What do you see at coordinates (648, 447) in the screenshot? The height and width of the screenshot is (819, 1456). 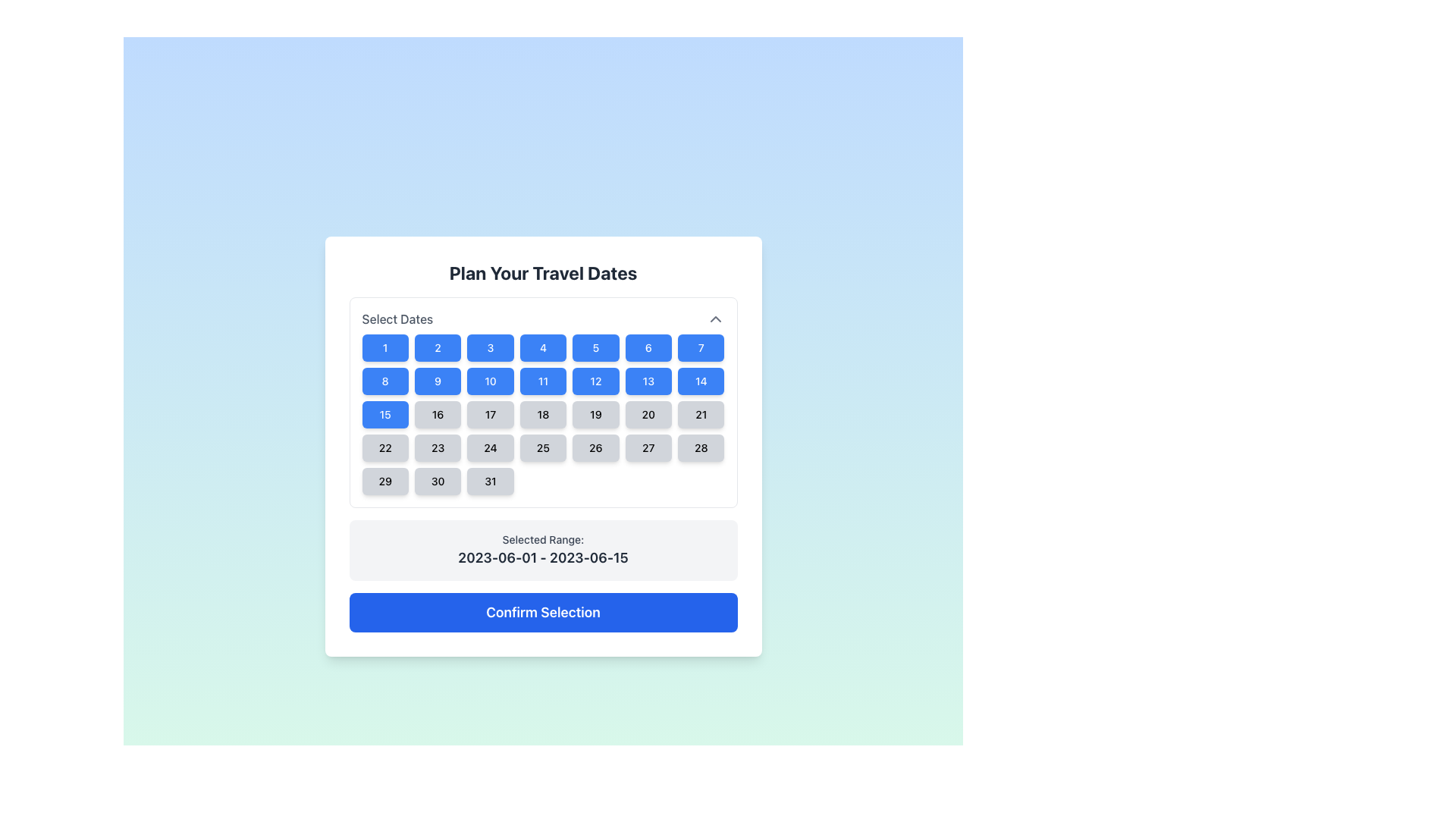 I see `the button representing day 27 on the calendar interface within the 'Plan Your Travel Dates' modal to trigger date selection` at bounding box center [648, 447].